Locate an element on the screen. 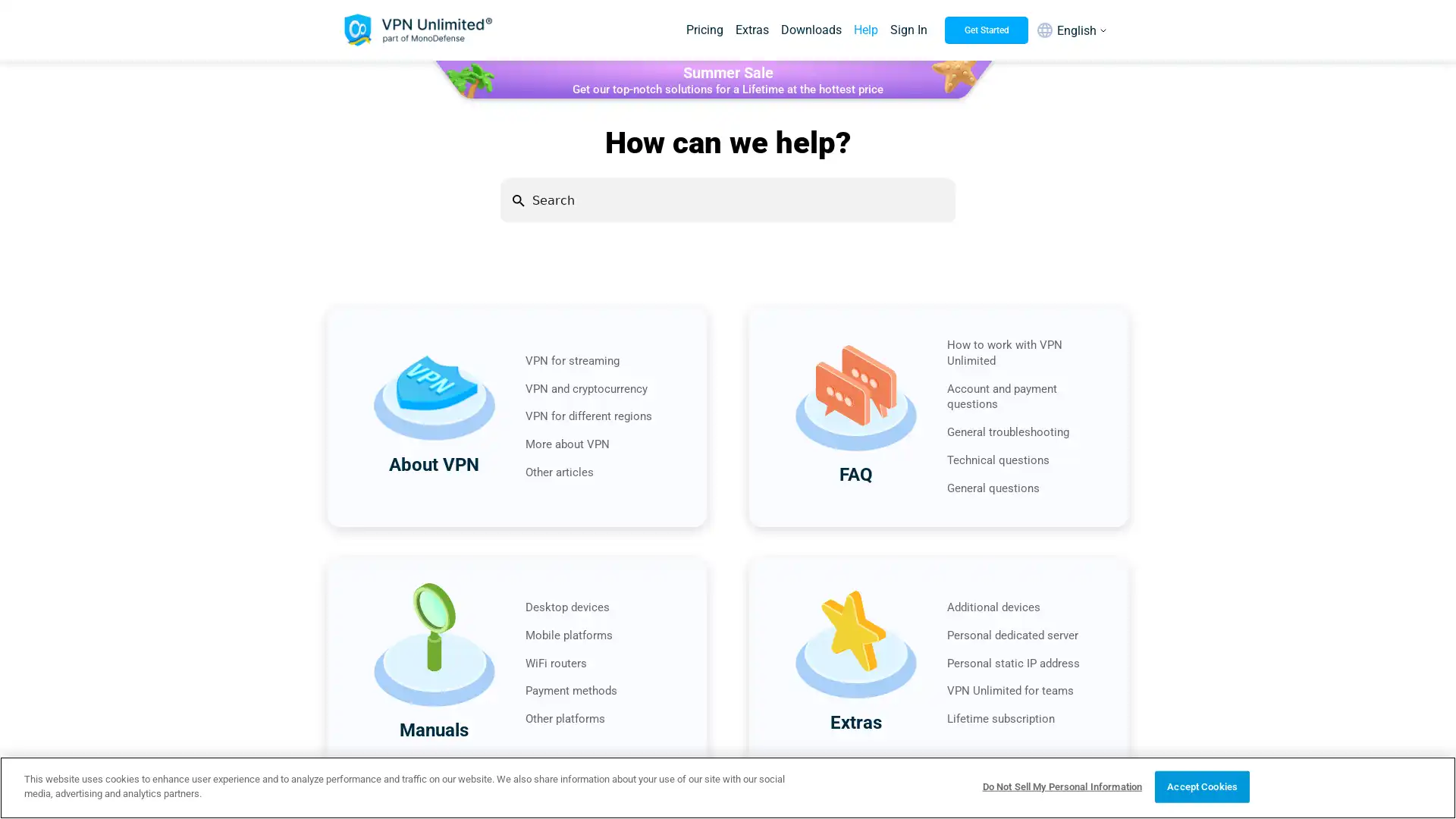 The width and height of the screenshot is (1456, 819). Do Not Sell My Personal Information is located at coordinates (1061, 786).